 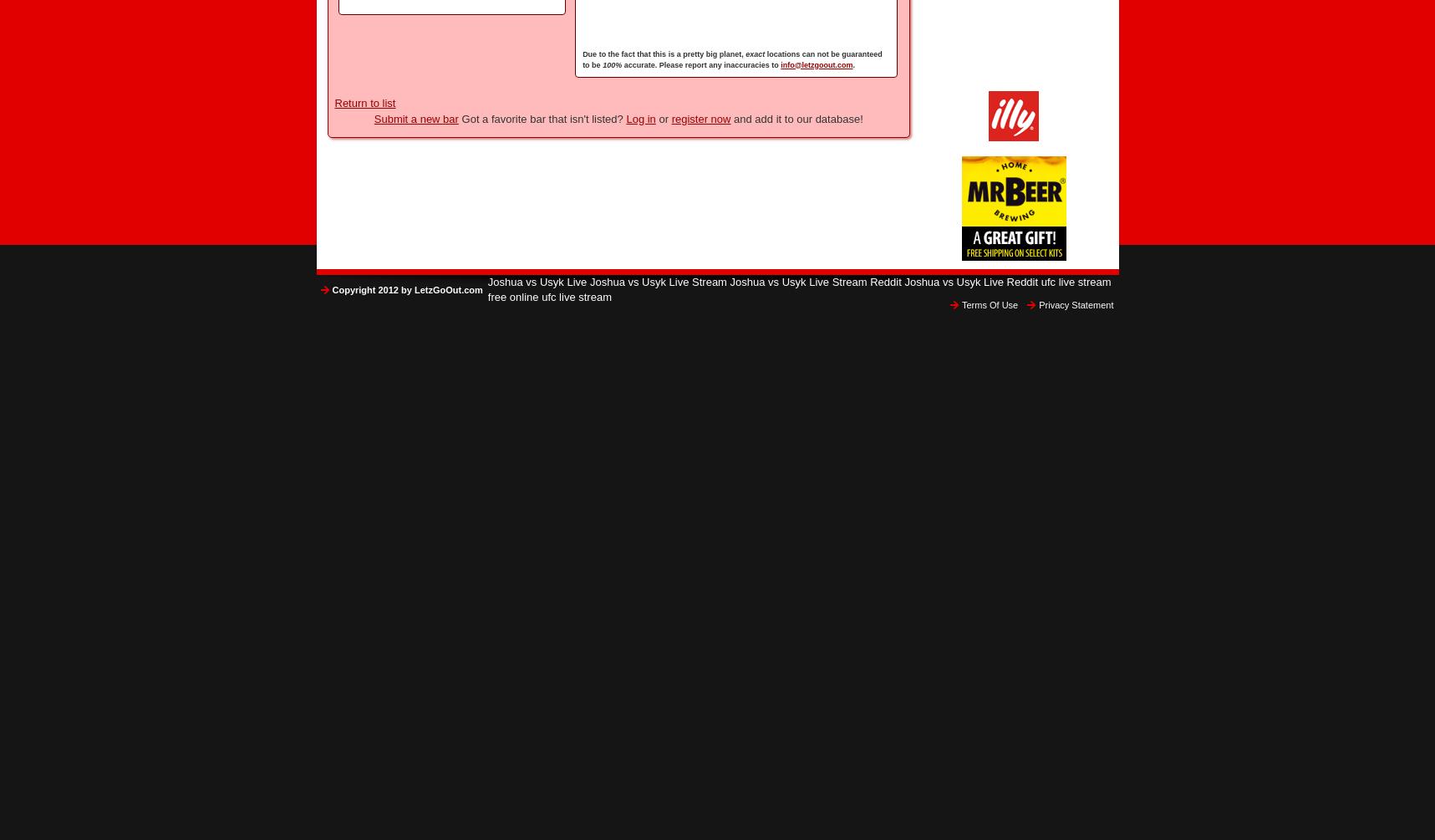 I want to click on 'Privacy Statement', so click(x=1076, y=304).